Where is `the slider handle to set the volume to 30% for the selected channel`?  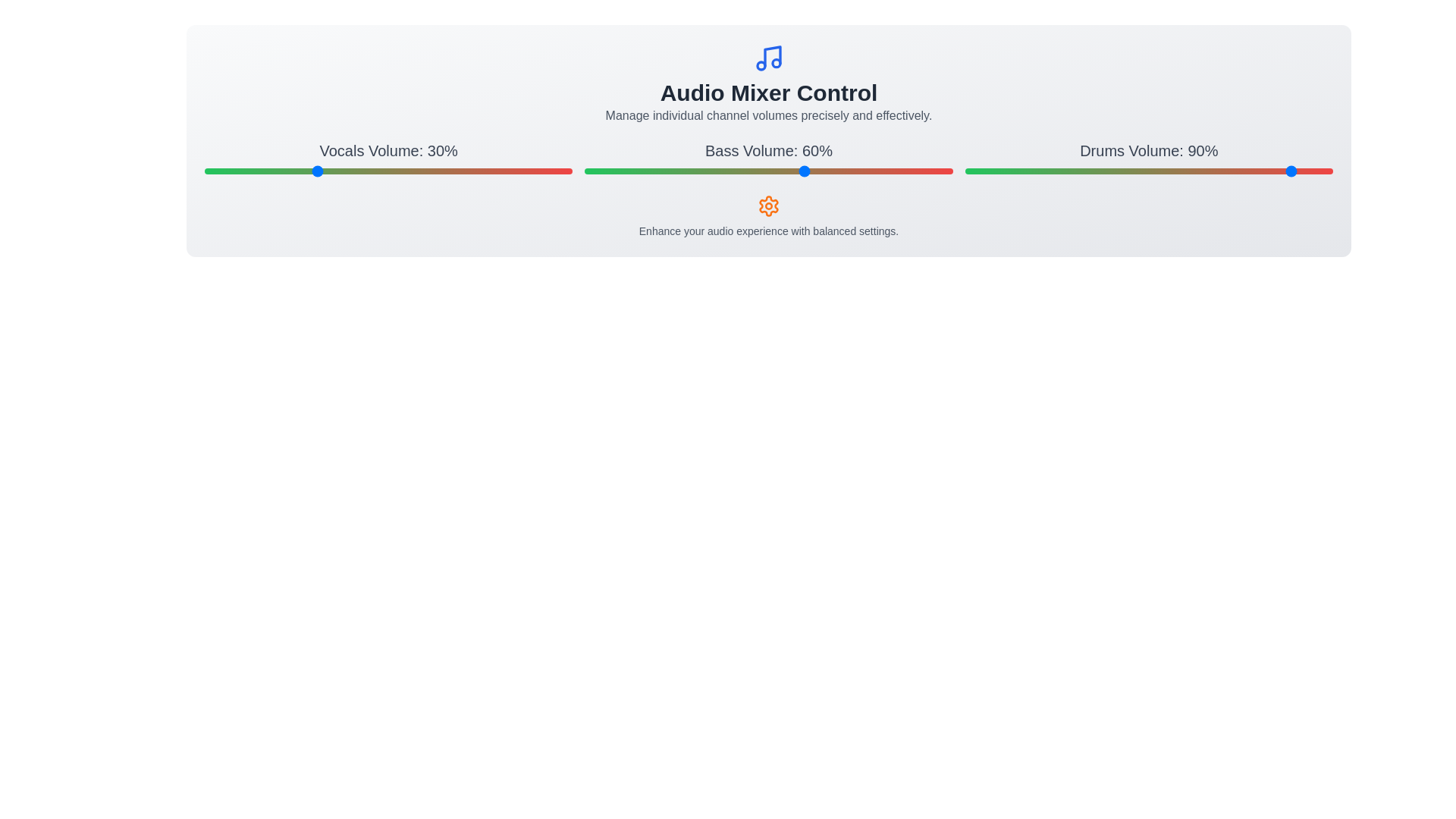 the slider handle to set the volume to 30% for the selected channel is located at coordinates (314, 171).